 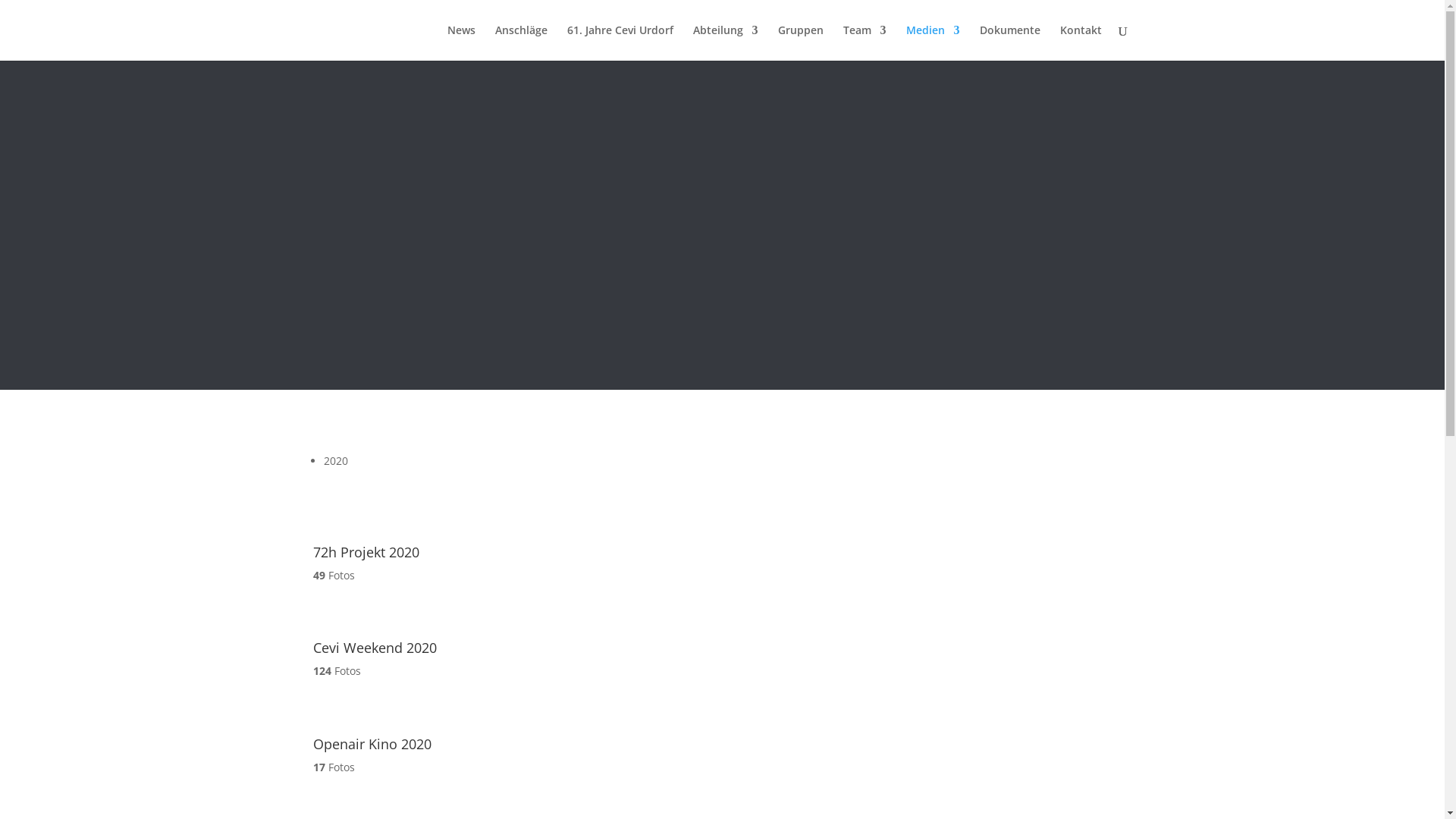 What do you see at coordinates (346, 632) in the screenshot?
I see `'Cevi Weekend 2020'` at bounding box center [346, 632].